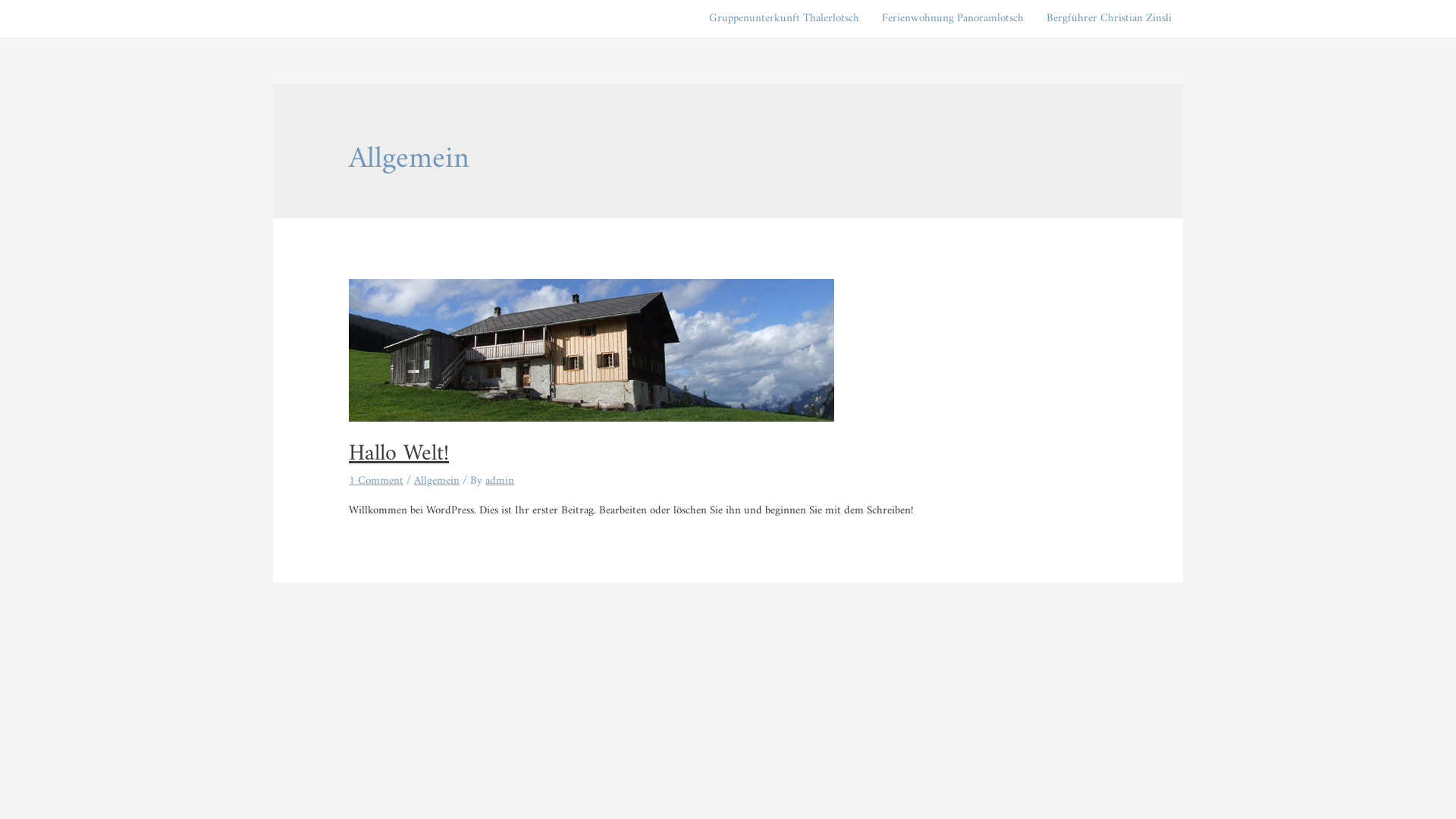 The image size is (1456, 819). Describe the element at coordinates (436, 481) in the screenshot. I see `'Allgemein'` at that location.